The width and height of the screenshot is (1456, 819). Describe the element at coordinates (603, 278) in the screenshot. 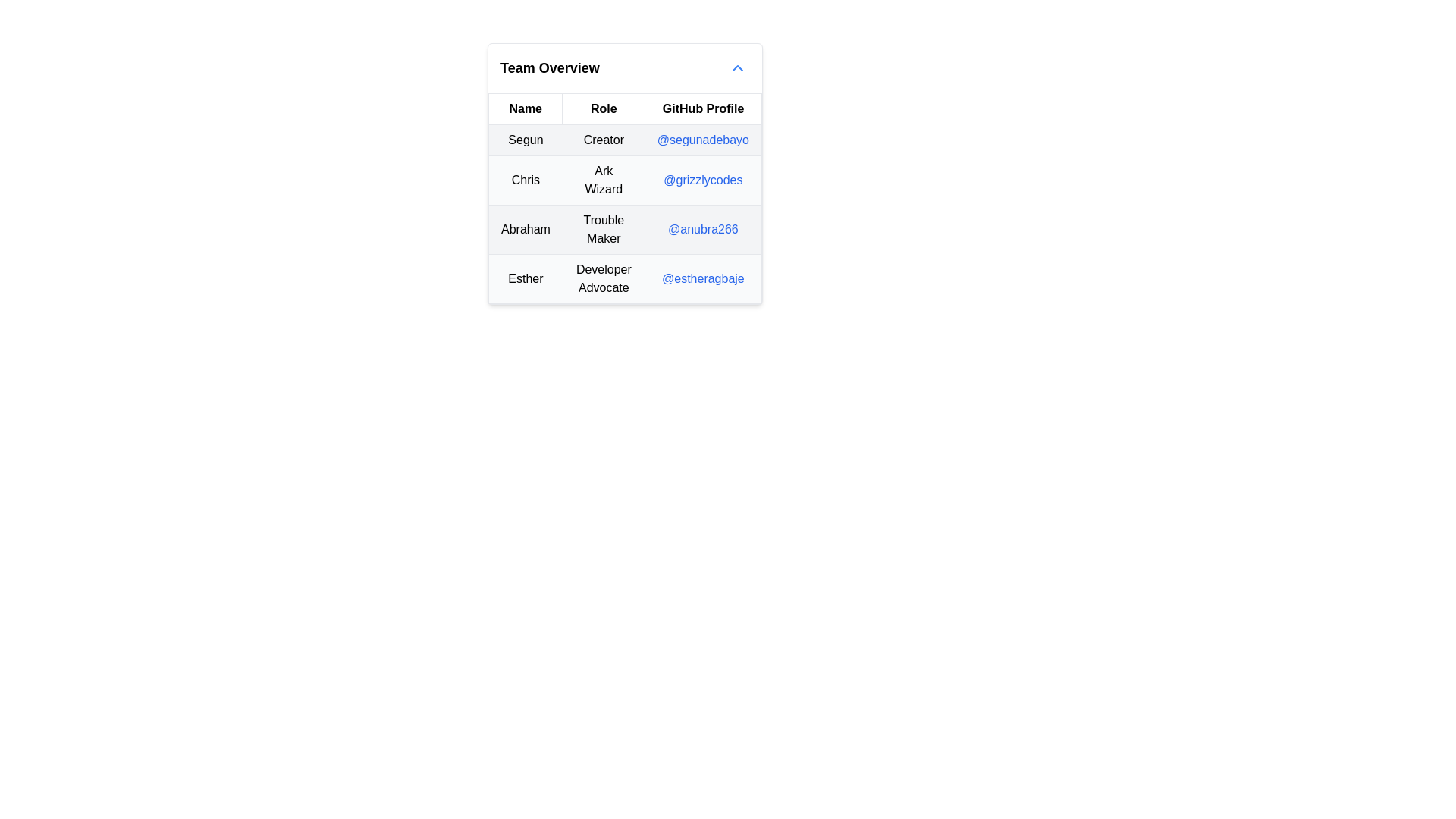

I see `the text label indicating Esther's role as 'Developer Advocate' located in the fourth row of the 'Role' column in the table` at that location.